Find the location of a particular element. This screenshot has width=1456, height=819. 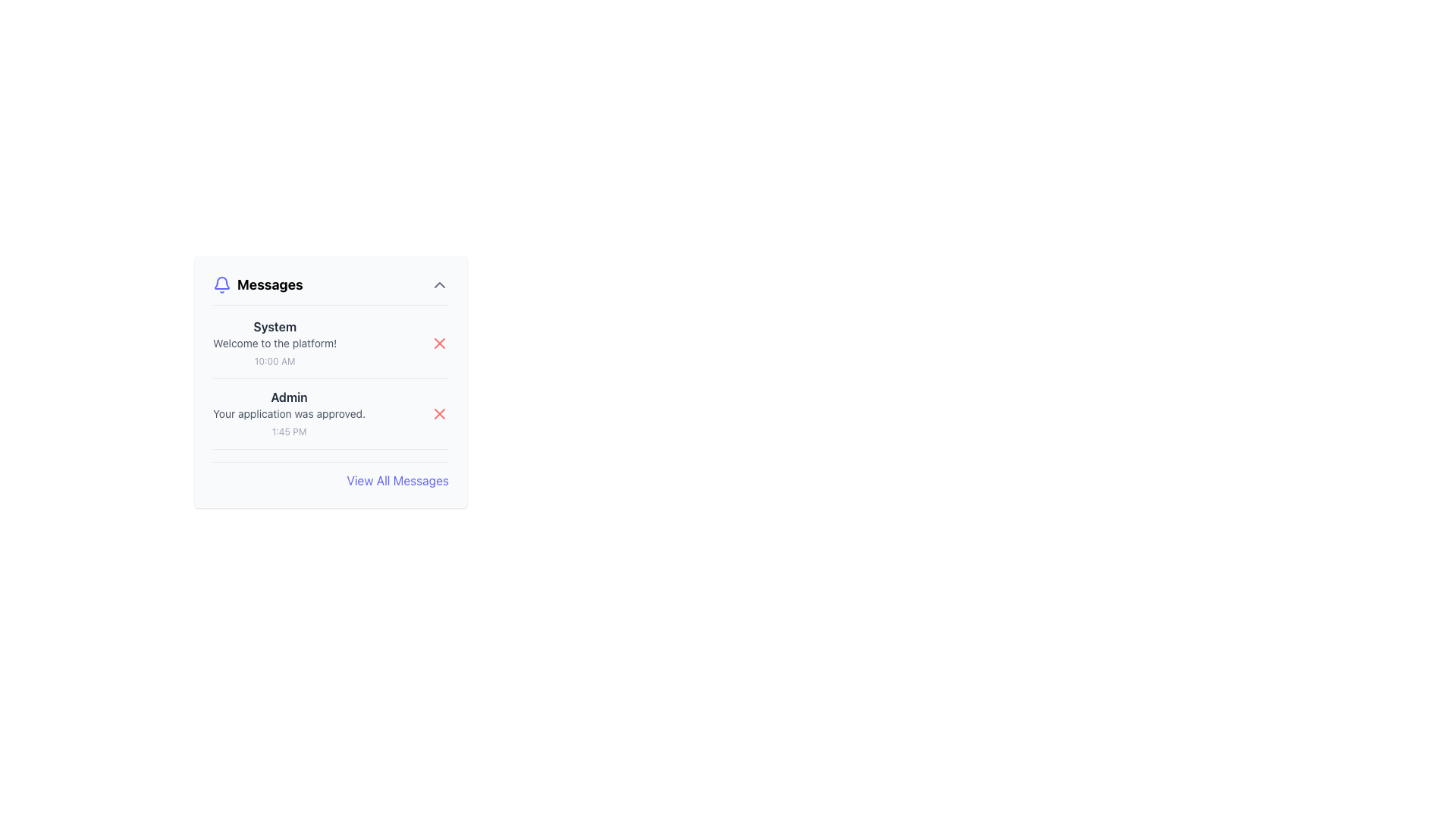

the decorative notification bell icon located in the top-left corner of the 'Messages' section is located at coordinates (221, 283).